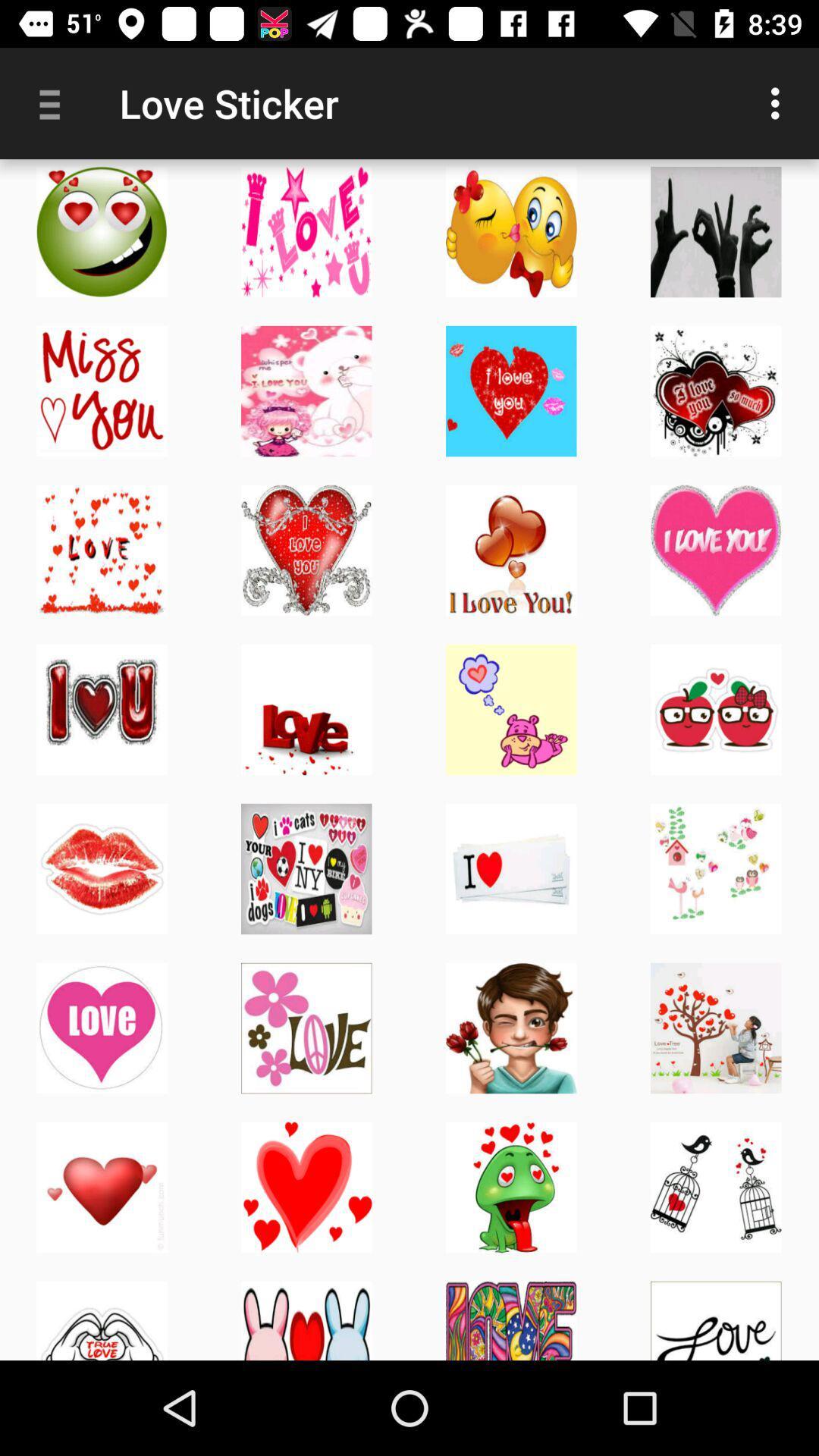 The image size is (819, 1456). What do you see at coordinates (55, 102) in the screenshot?
I see `app next to the love sticker item` at bounding box center [55, 102].